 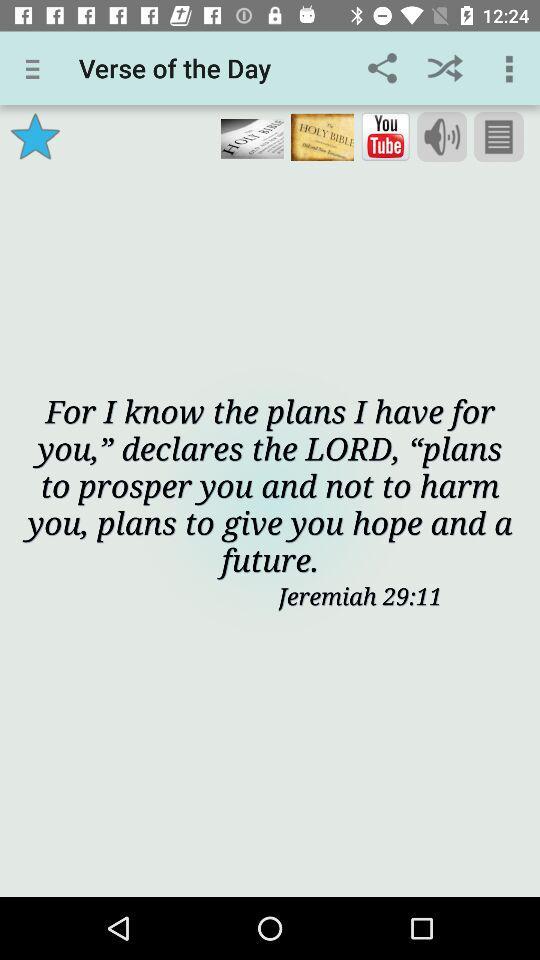 What do you see at coordinates (442, 136) in the screenshot?
I see `the volume icon` at bounding box center [442, 136].